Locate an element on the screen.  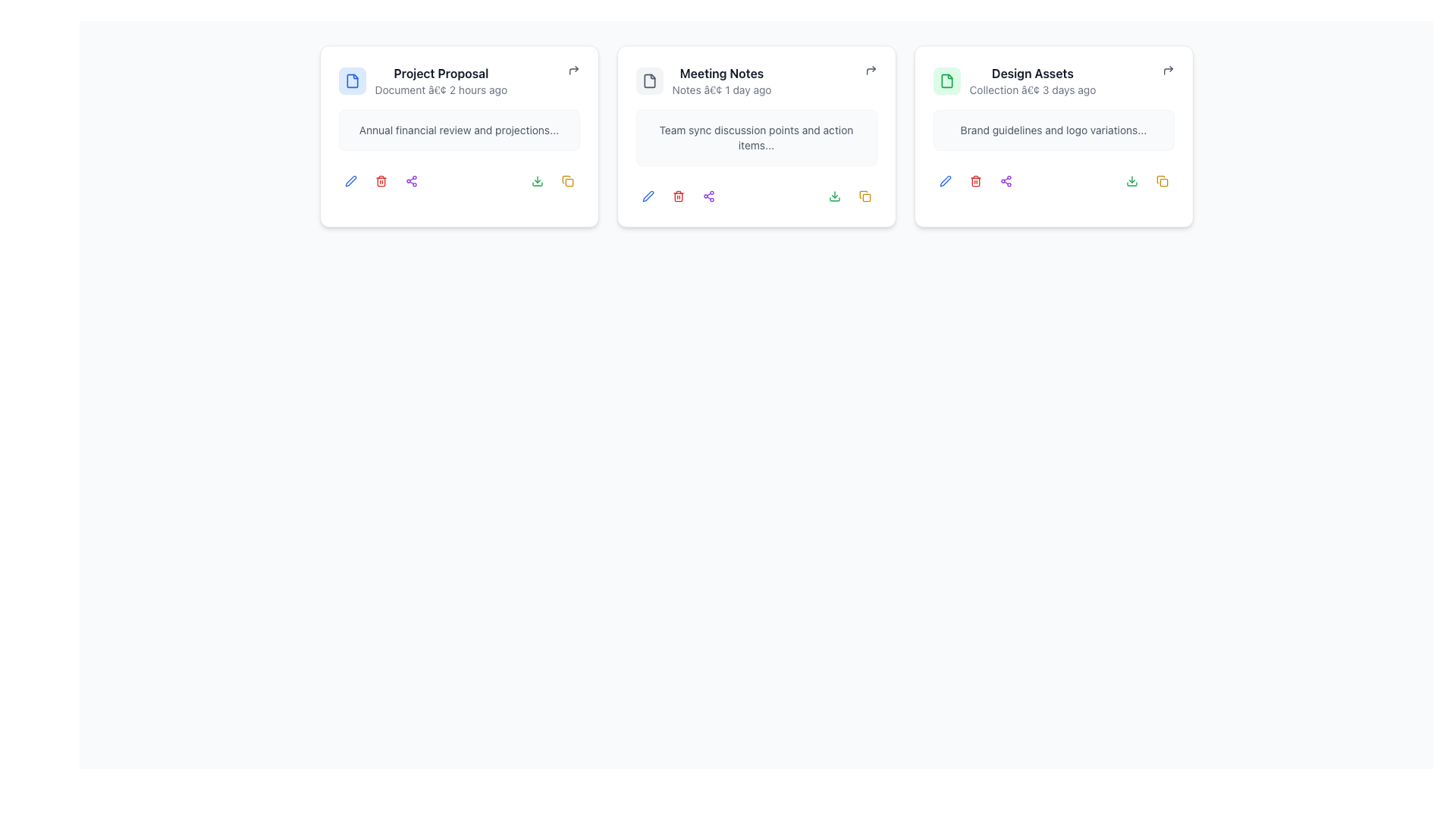
the document icon located to the left of the text 'Design Assets' within the card layout is located at coordinates (946, 81).